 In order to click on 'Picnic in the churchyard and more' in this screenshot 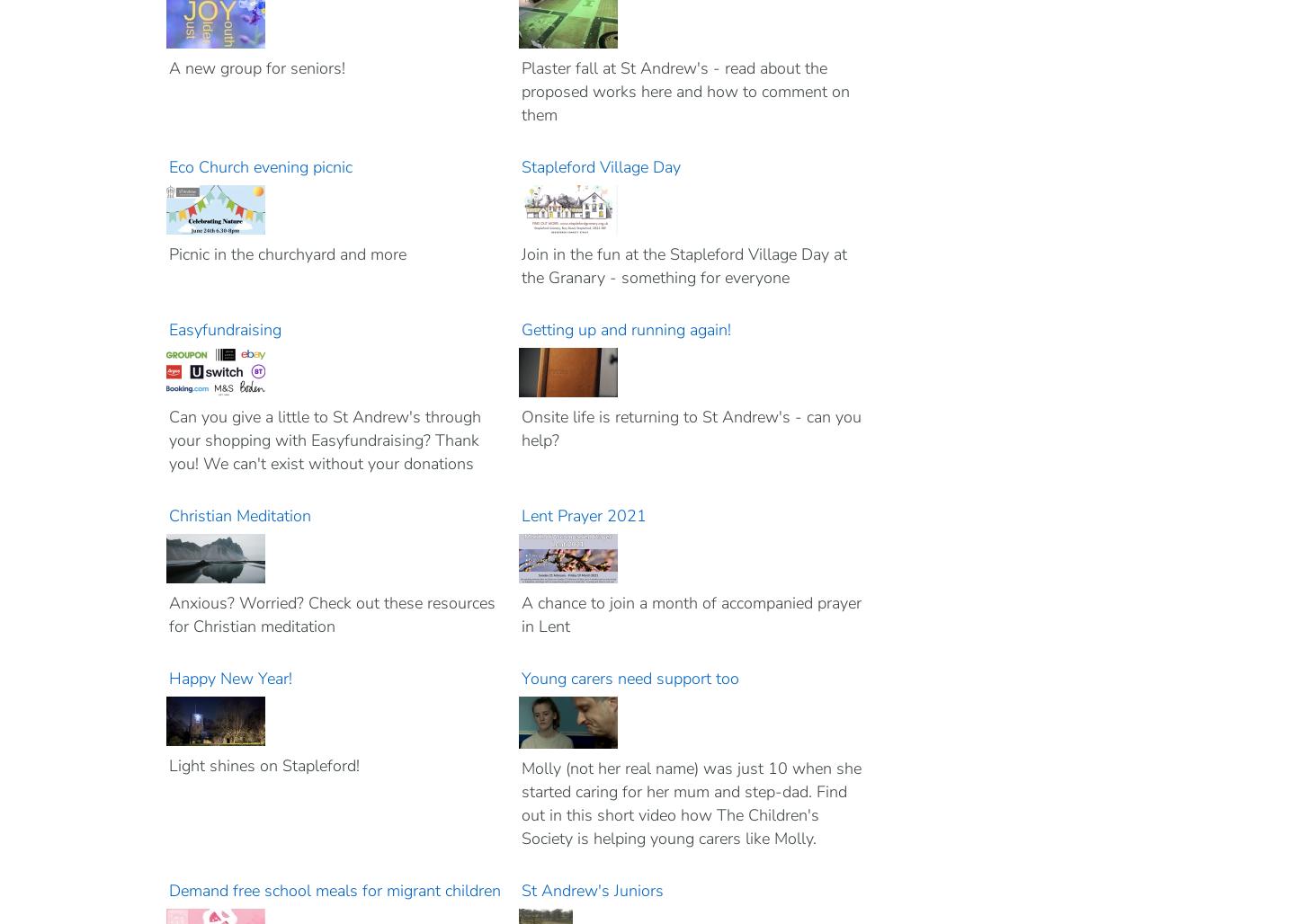, I will do `click(287, 254)`.